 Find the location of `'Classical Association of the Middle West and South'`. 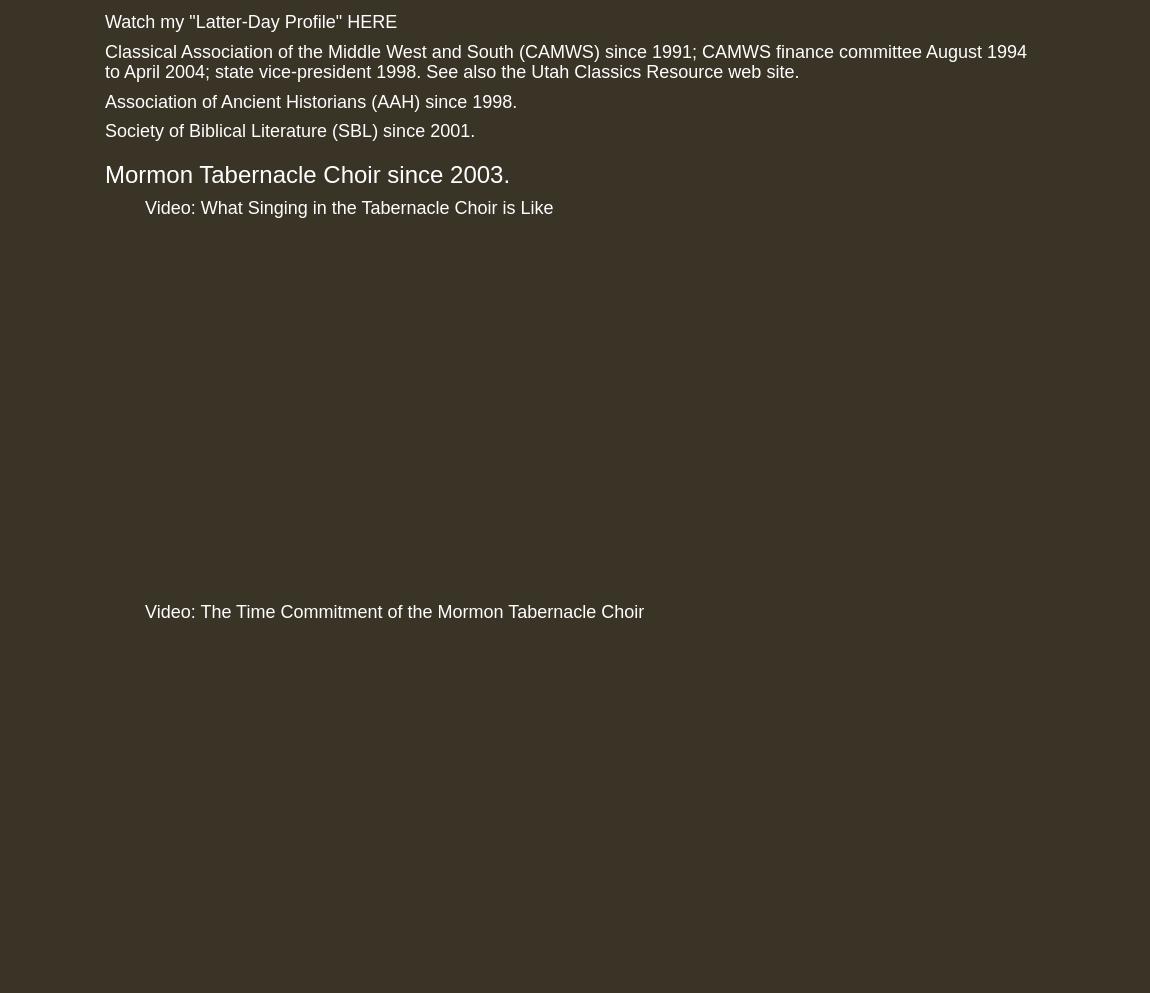

'Classical Association of the Middle West and South' is located at coordinates (309, 52).